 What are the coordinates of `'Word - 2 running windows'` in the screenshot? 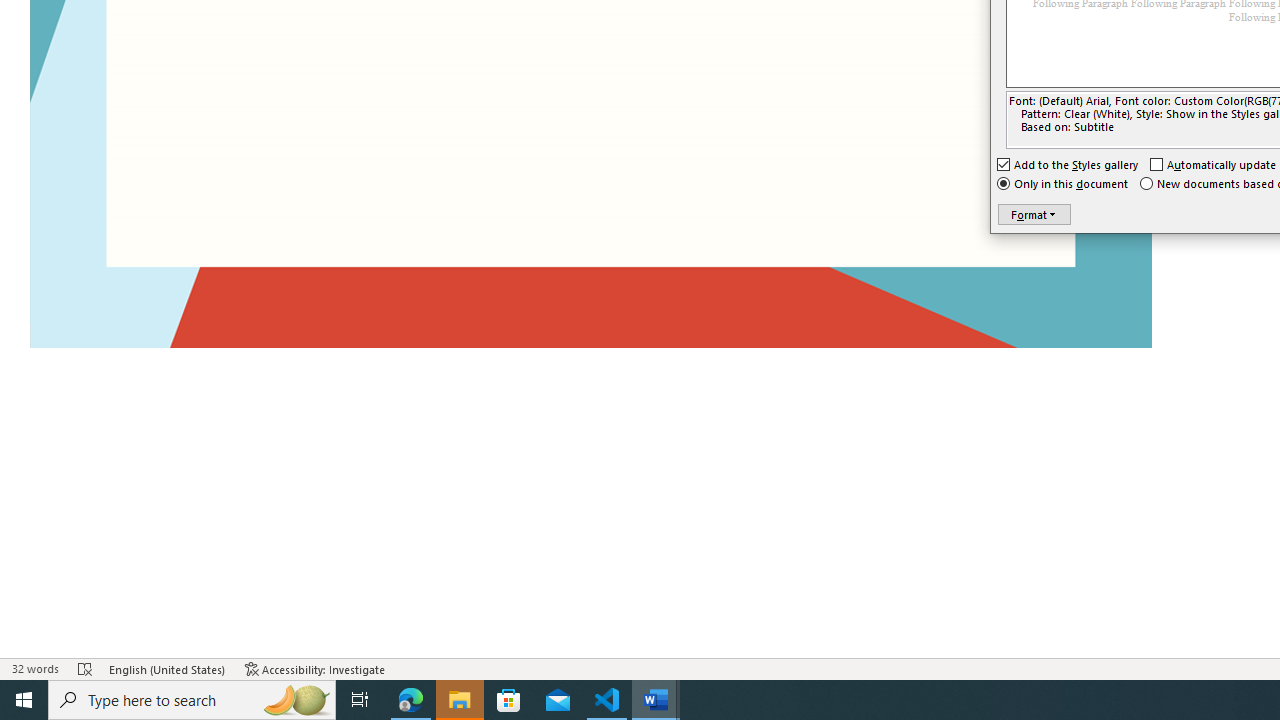 It's located at (656, 698).